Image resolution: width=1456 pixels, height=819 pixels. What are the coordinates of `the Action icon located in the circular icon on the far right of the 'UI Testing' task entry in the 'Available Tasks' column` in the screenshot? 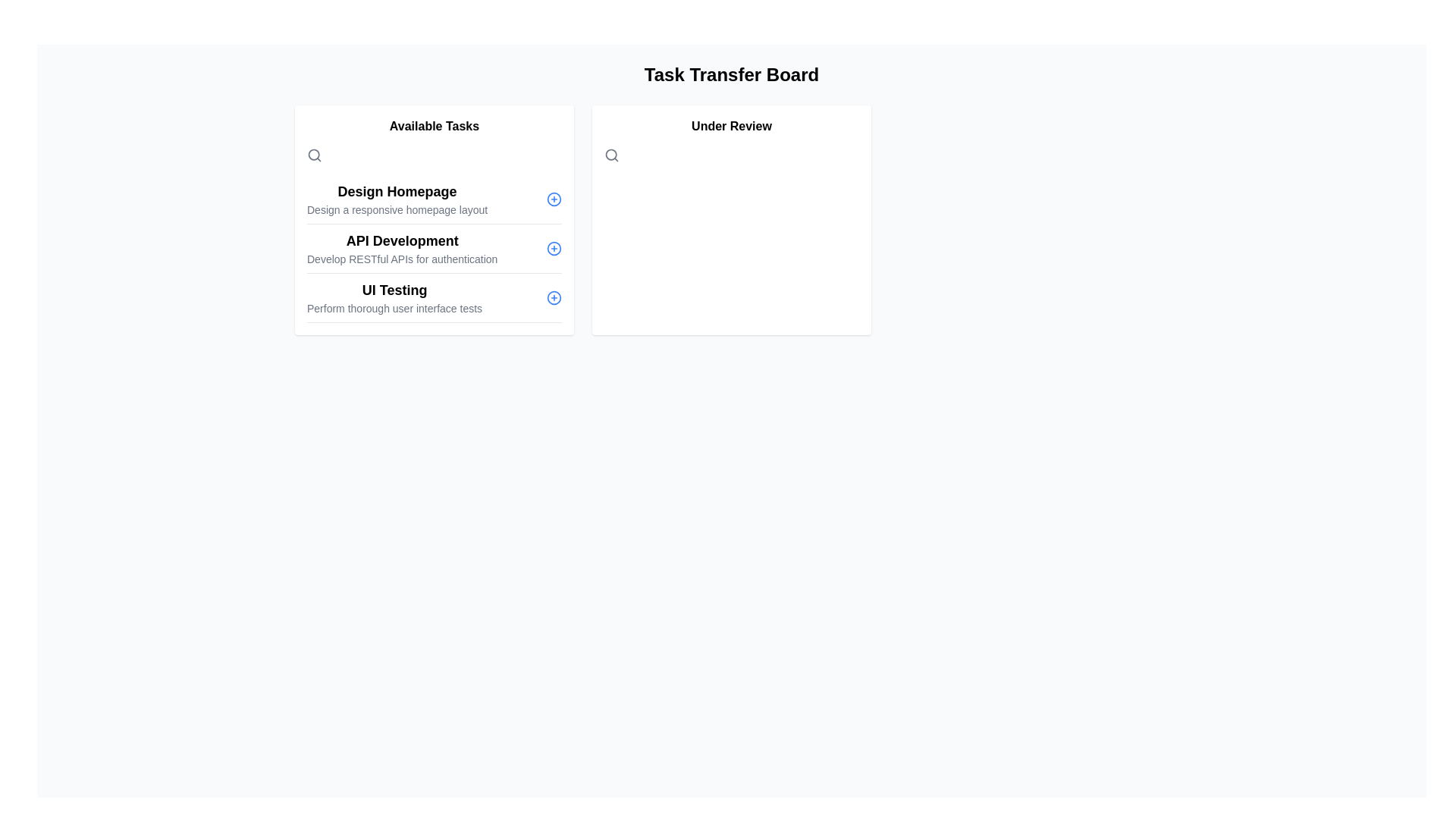 It's located at (553, 298).